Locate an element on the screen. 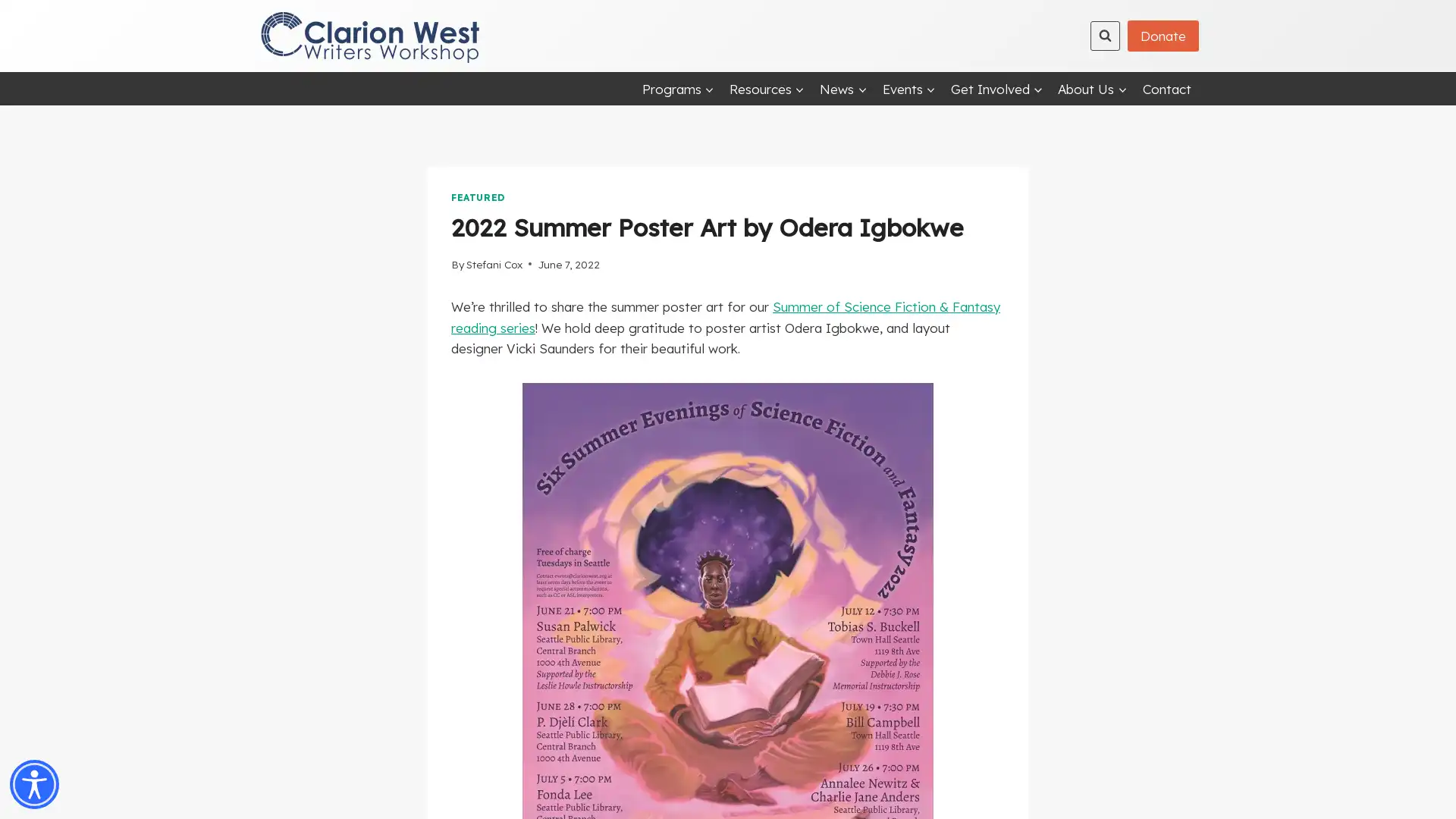 This screenshot has width=1456, height=819. Expand child menu is located at coordinates (767, 88).